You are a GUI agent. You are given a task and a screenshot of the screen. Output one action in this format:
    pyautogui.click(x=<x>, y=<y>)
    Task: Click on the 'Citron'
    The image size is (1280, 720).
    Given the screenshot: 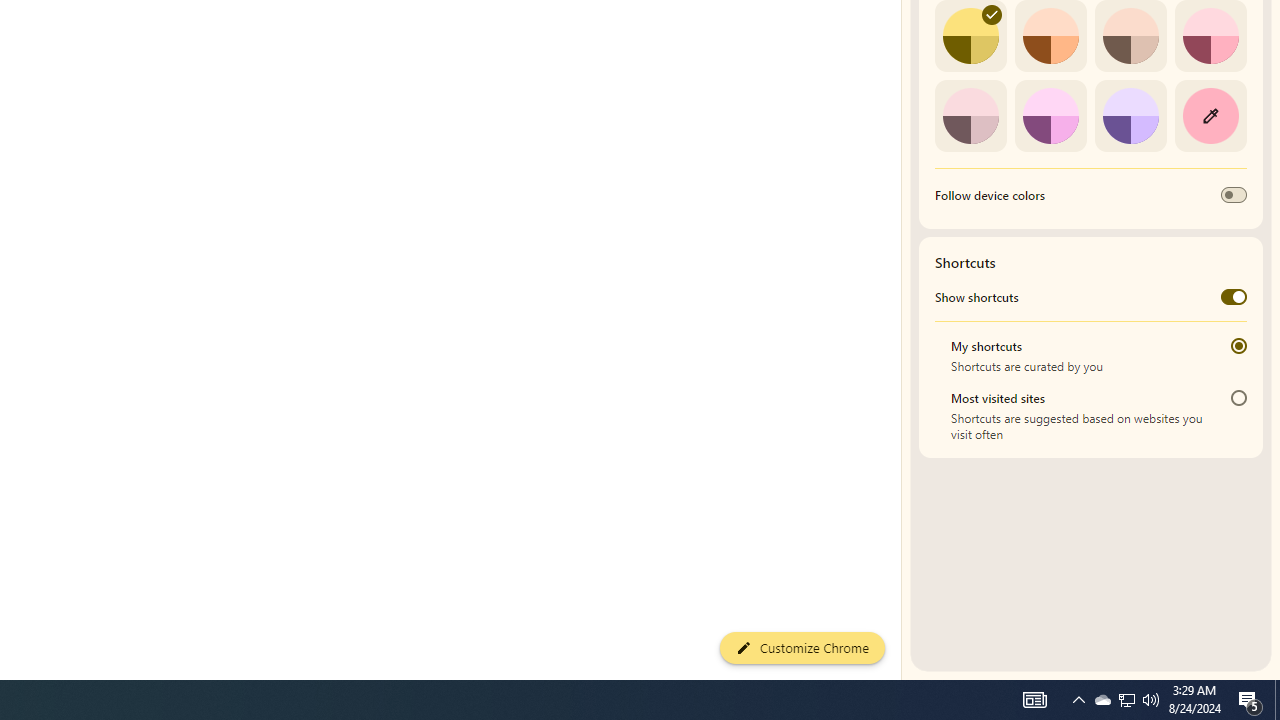 What is the action you would take?
    pyautogui.click(x=970, y=36)
    